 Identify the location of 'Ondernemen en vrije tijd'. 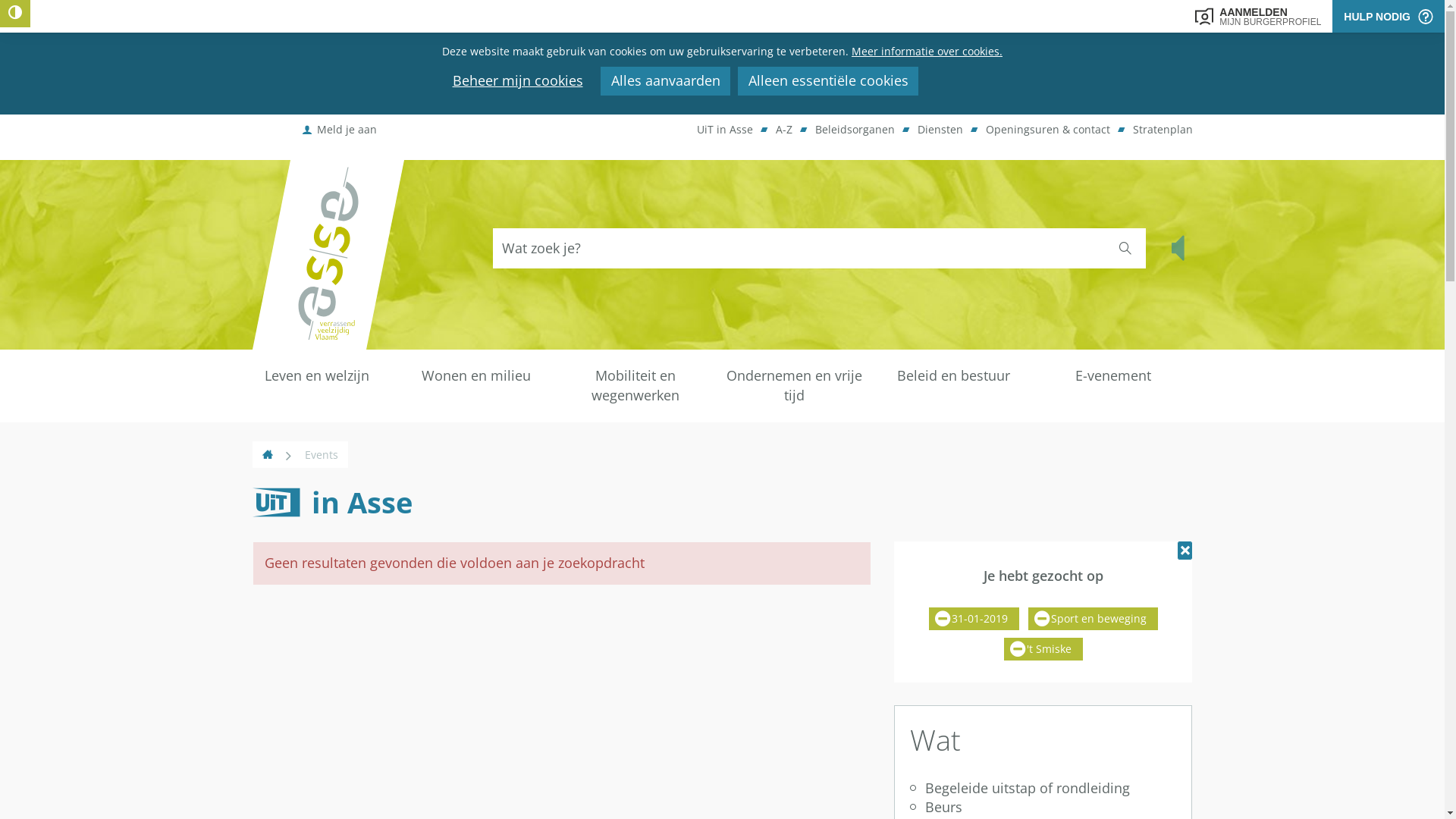
(792, 385).